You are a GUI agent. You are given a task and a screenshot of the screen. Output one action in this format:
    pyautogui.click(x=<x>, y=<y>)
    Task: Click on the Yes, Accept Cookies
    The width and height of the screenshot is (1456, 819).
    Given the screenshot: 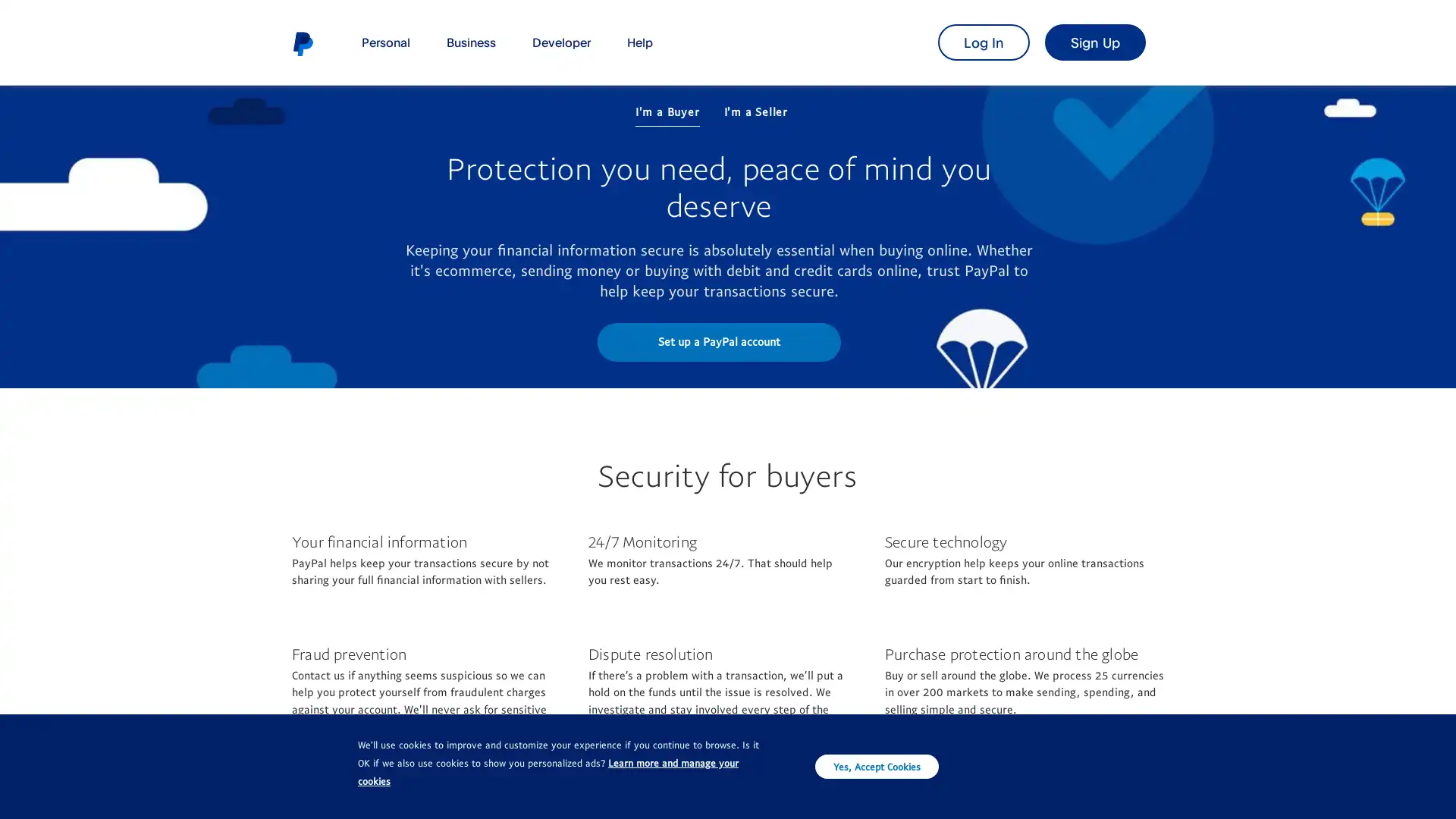 What is the action you would take?
    pyautogui.click(x=877, y=766)
    